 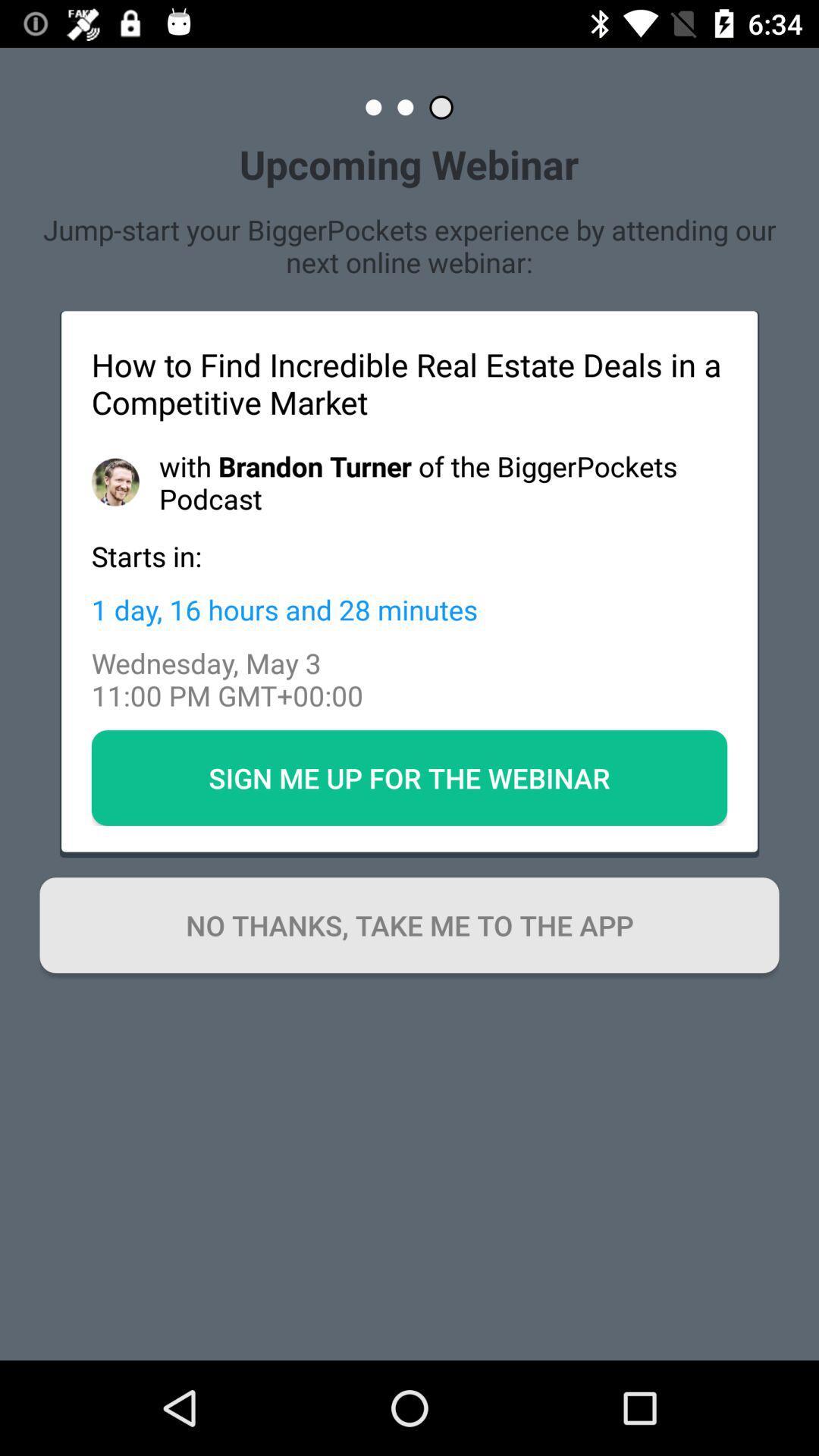 What do you see at coordinates (409, 778) in the screenshot?
I see `the app below the wednesday may 3` at bounding box center [409, 778].